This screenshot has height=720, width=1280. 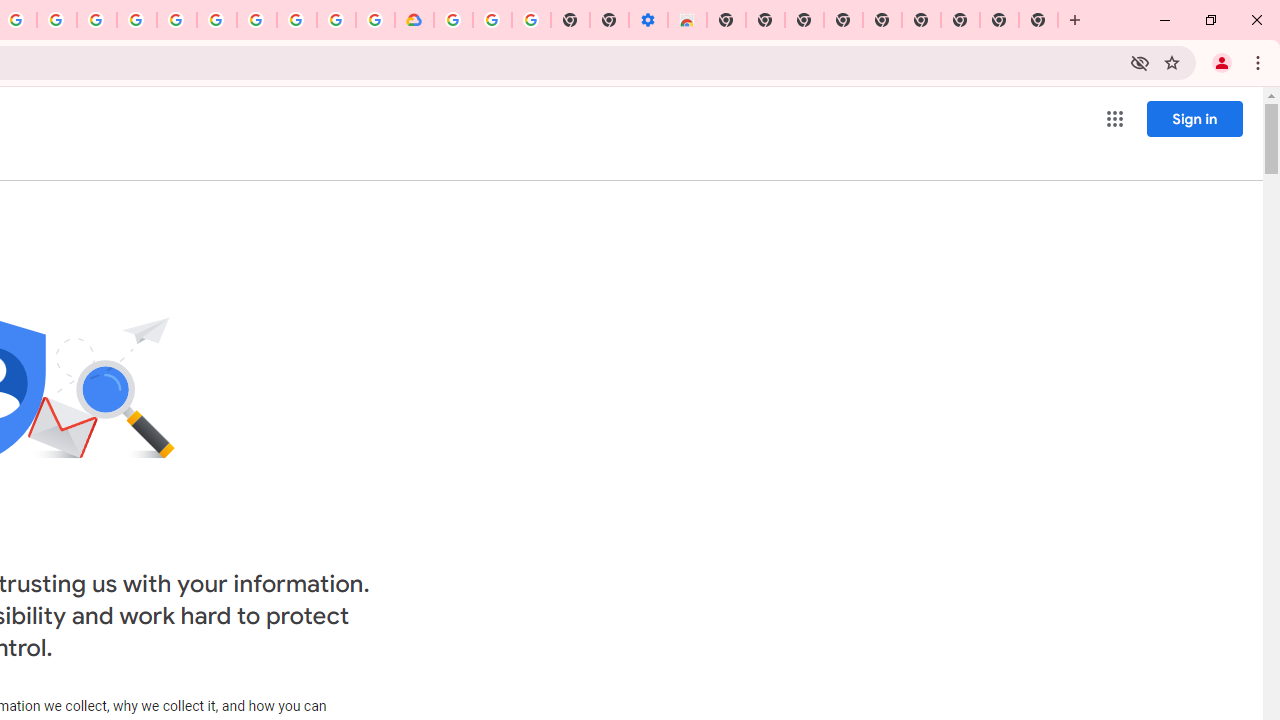 What do you see at coordinates (1171, 61) in the screenshot?
I see `'Bookmark this tab'` at bounding box center [1171, 61].